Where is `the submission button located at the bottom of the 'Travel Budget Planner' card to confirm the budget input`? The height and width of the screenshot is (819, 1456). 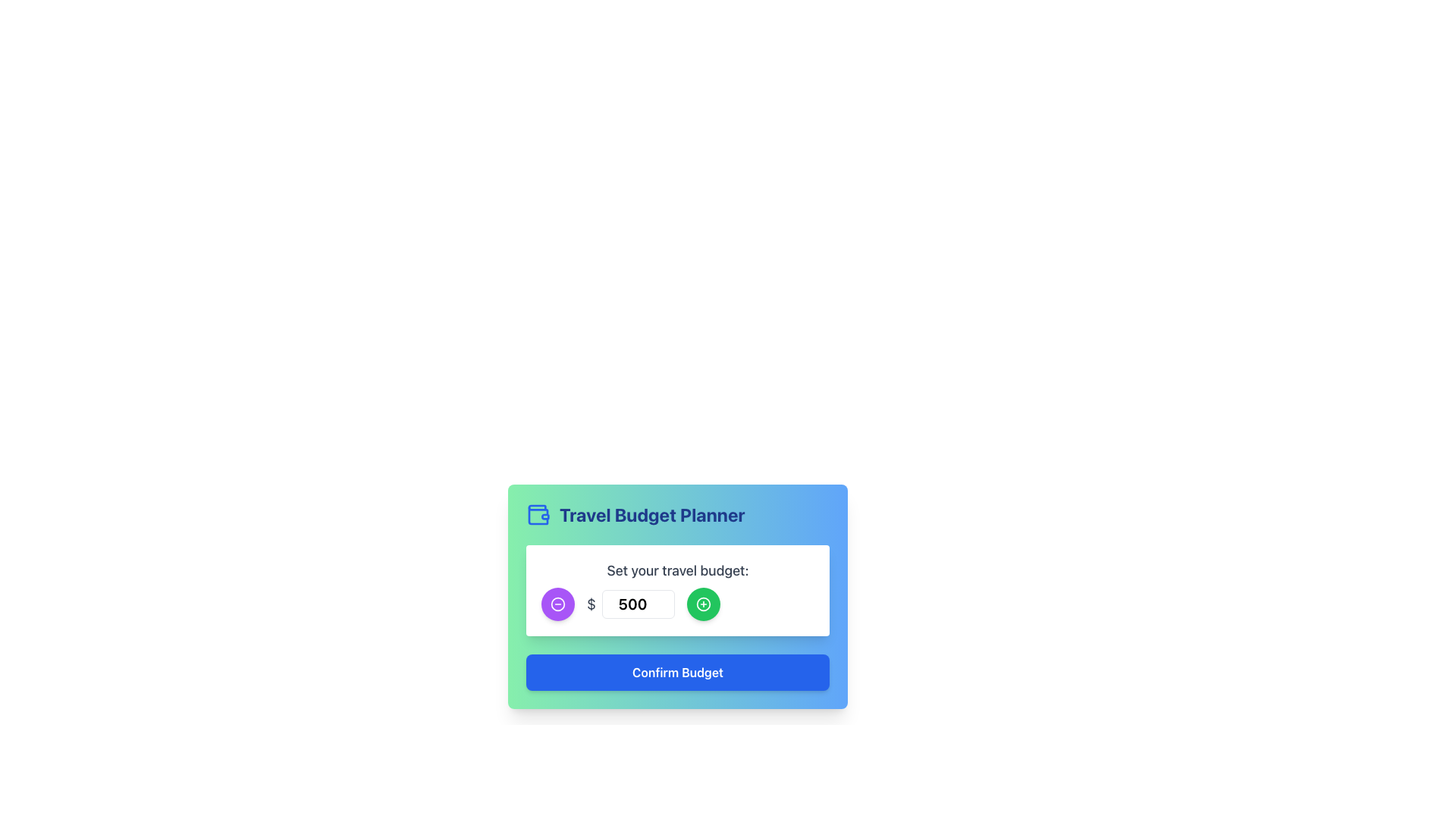 the submission button located at the bottom of the 'Travel Budget Planner' card to confirm the budget input is located at coordinates (676, 672).